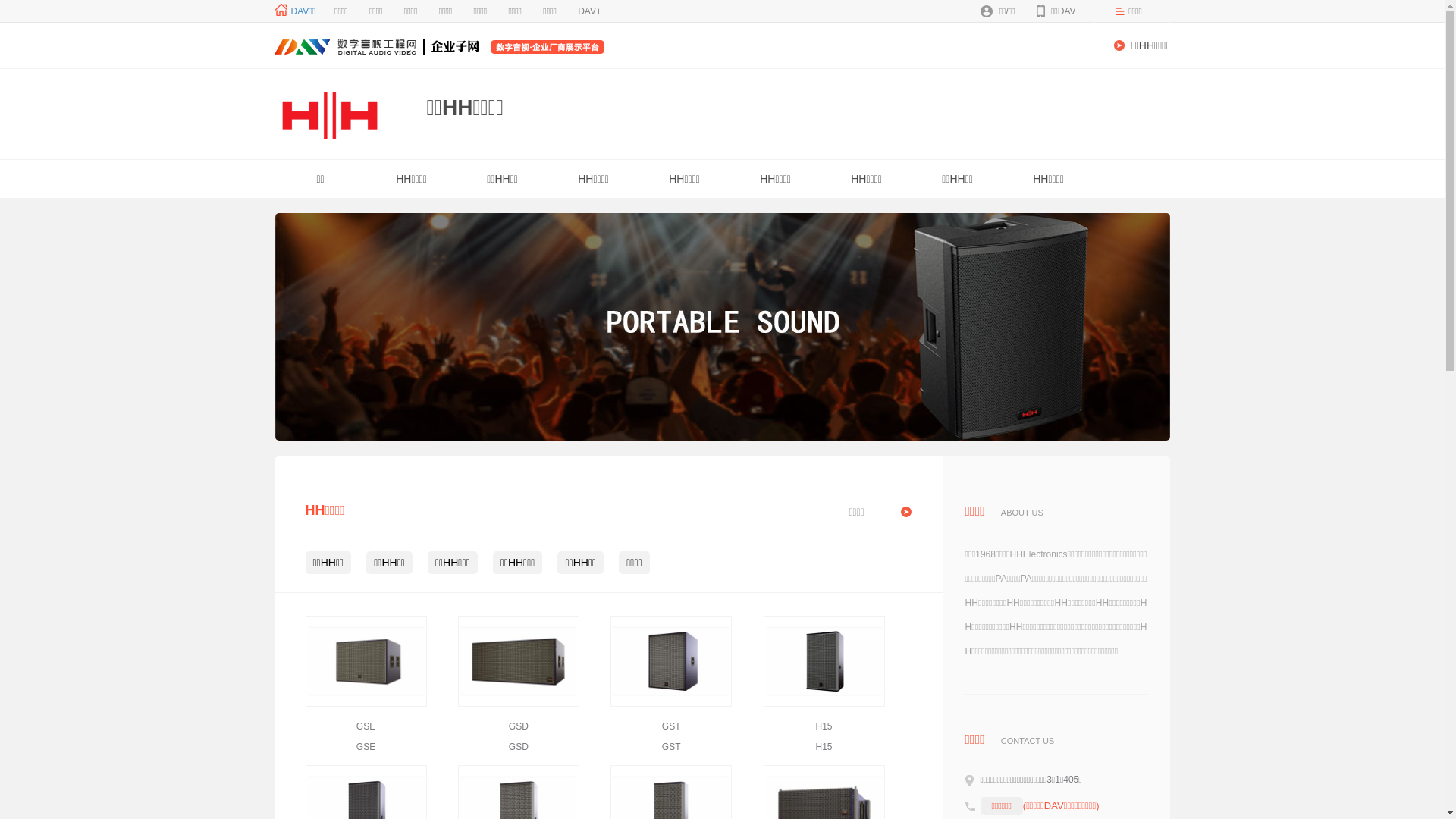 This screenshot has width=1456, height=819. Describe the element at coordinates (588, 11) in the screenshot. I see `'DAV+'` at that location.